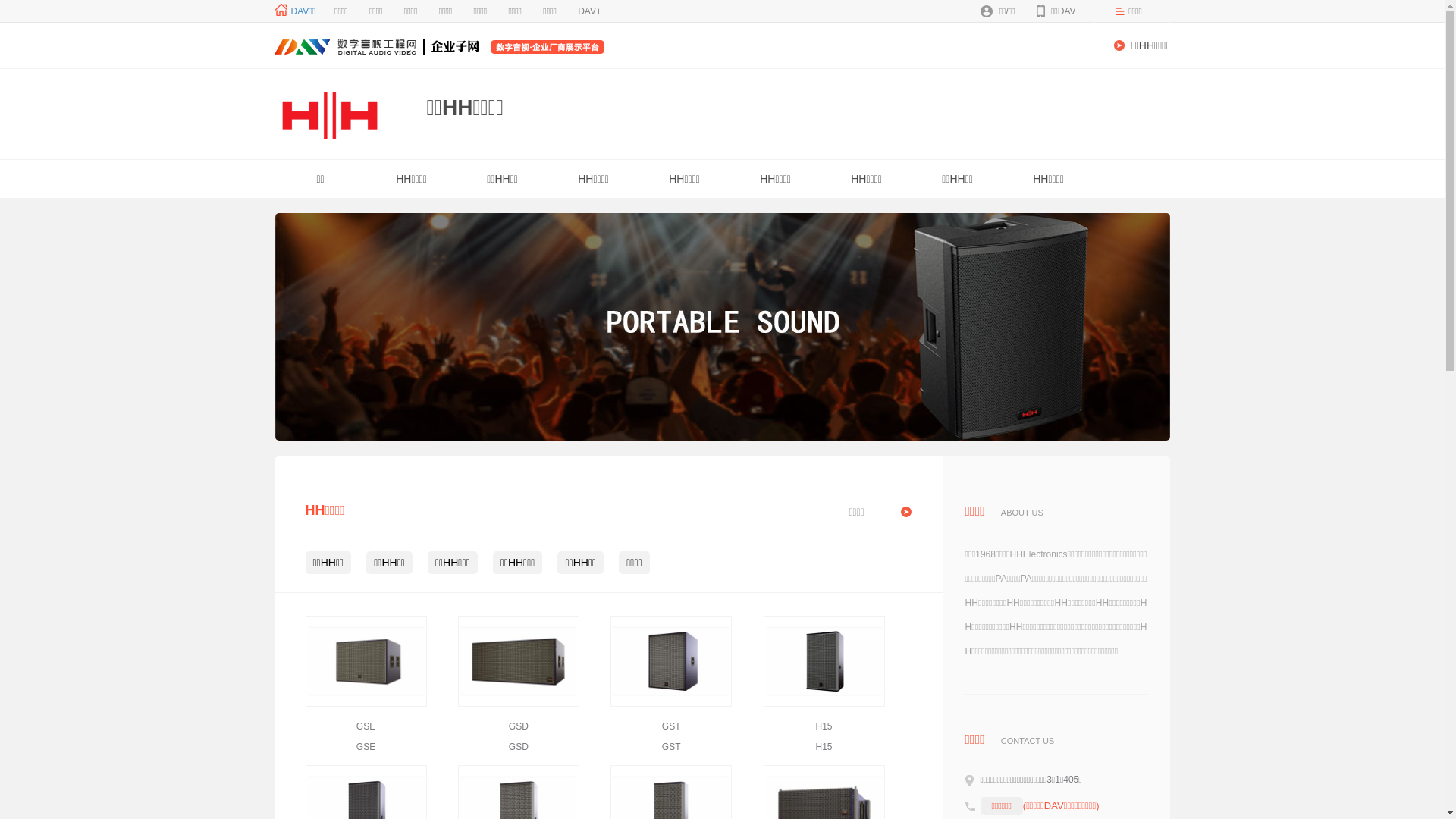 This screenshot has width=1456, height=819. Describe the element at coordinates (588, 11) in the screenshot. I see `'DAV+'` at that location.